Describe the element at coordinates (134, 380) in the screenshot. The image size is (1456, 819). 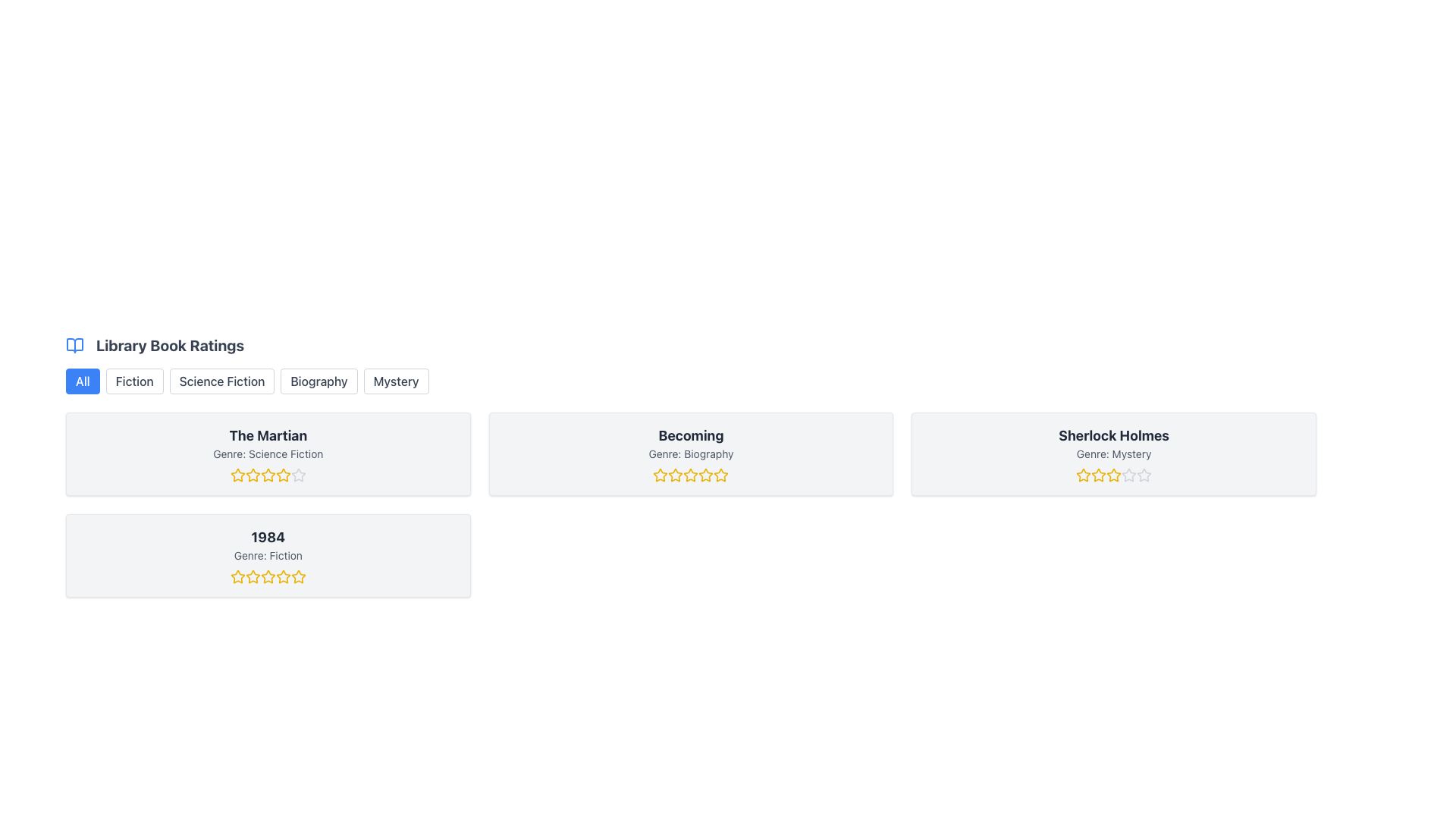
I see `the filter button for category selection that filters items` at that location.